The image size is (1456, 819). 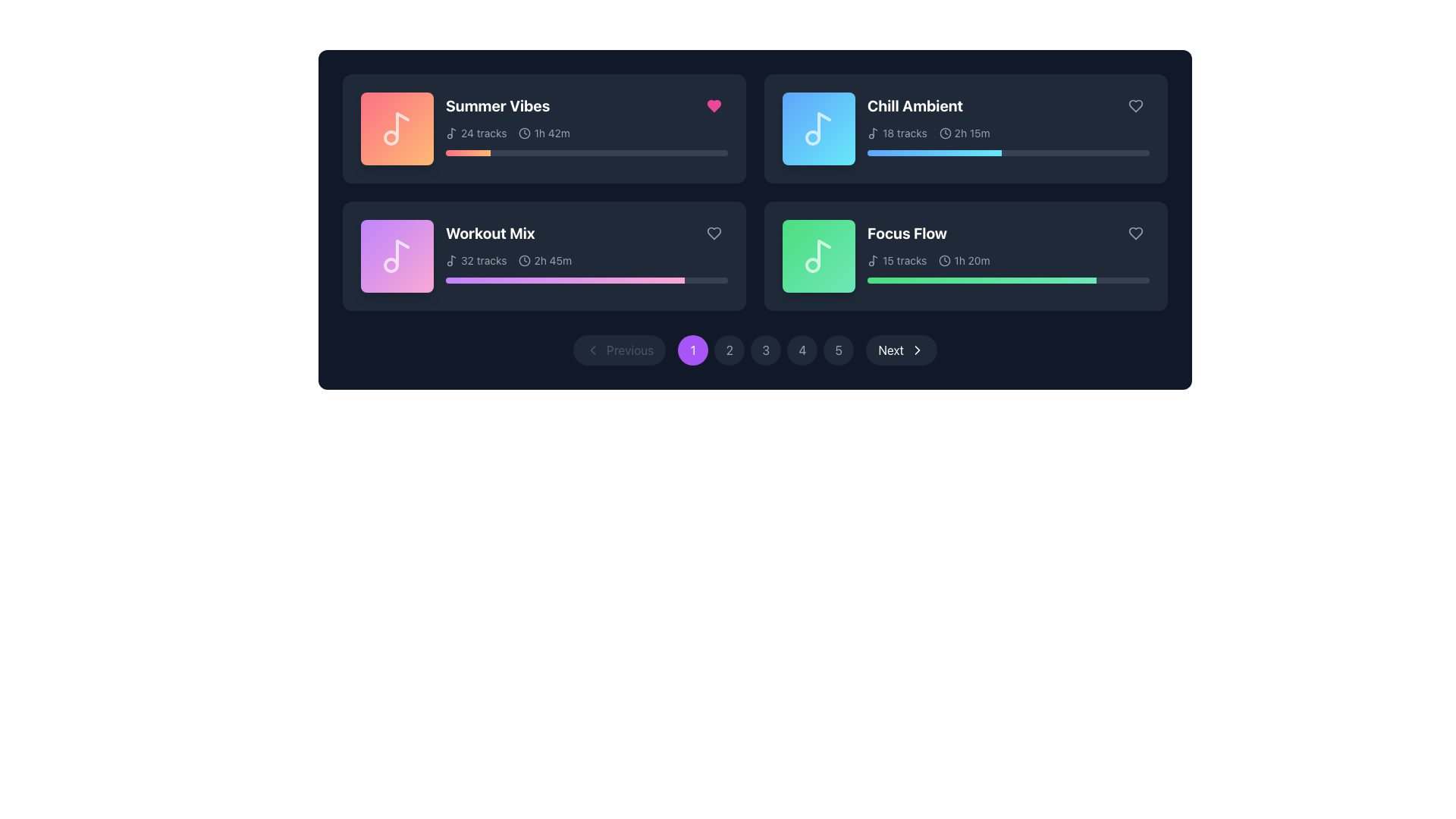 I want to click on progress, so click(x=646, y=281).